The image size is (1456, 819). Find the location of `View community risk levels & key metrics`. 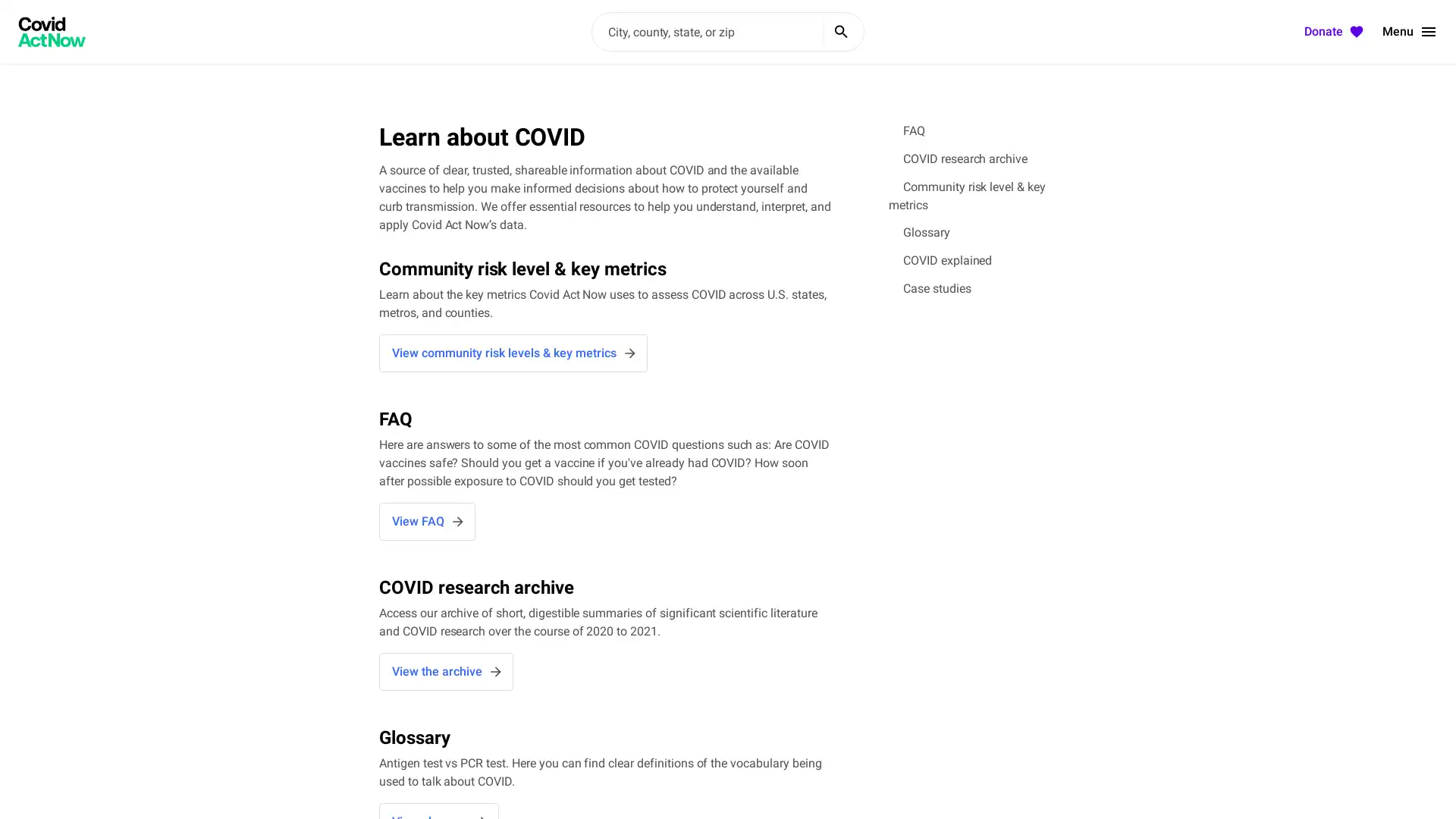

View community risk levels & key metrics is located at coordinates (513, 353).